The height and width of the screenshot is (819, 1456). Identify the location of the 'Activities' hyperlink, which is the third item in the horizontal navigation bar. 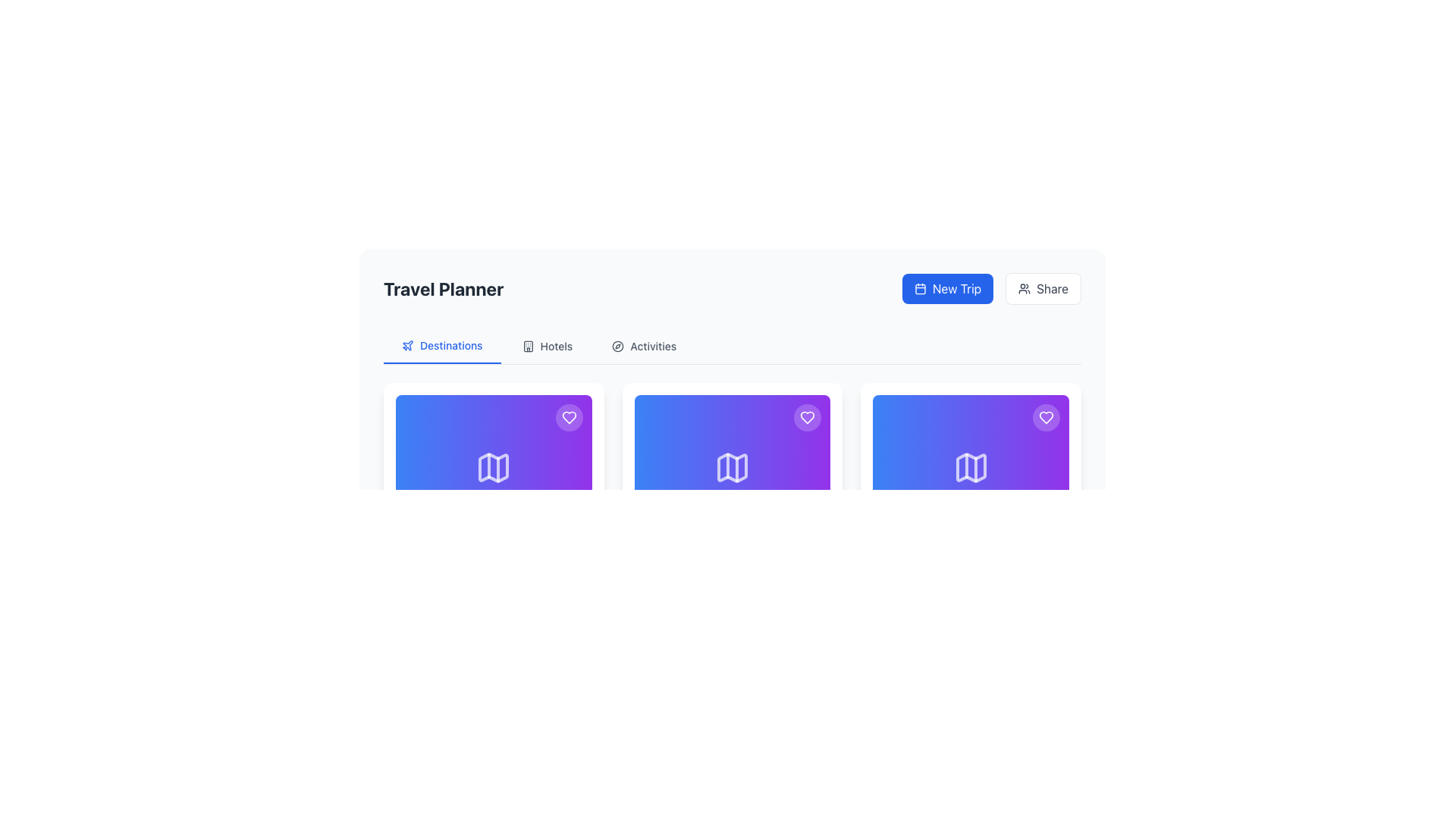
(644, 346).